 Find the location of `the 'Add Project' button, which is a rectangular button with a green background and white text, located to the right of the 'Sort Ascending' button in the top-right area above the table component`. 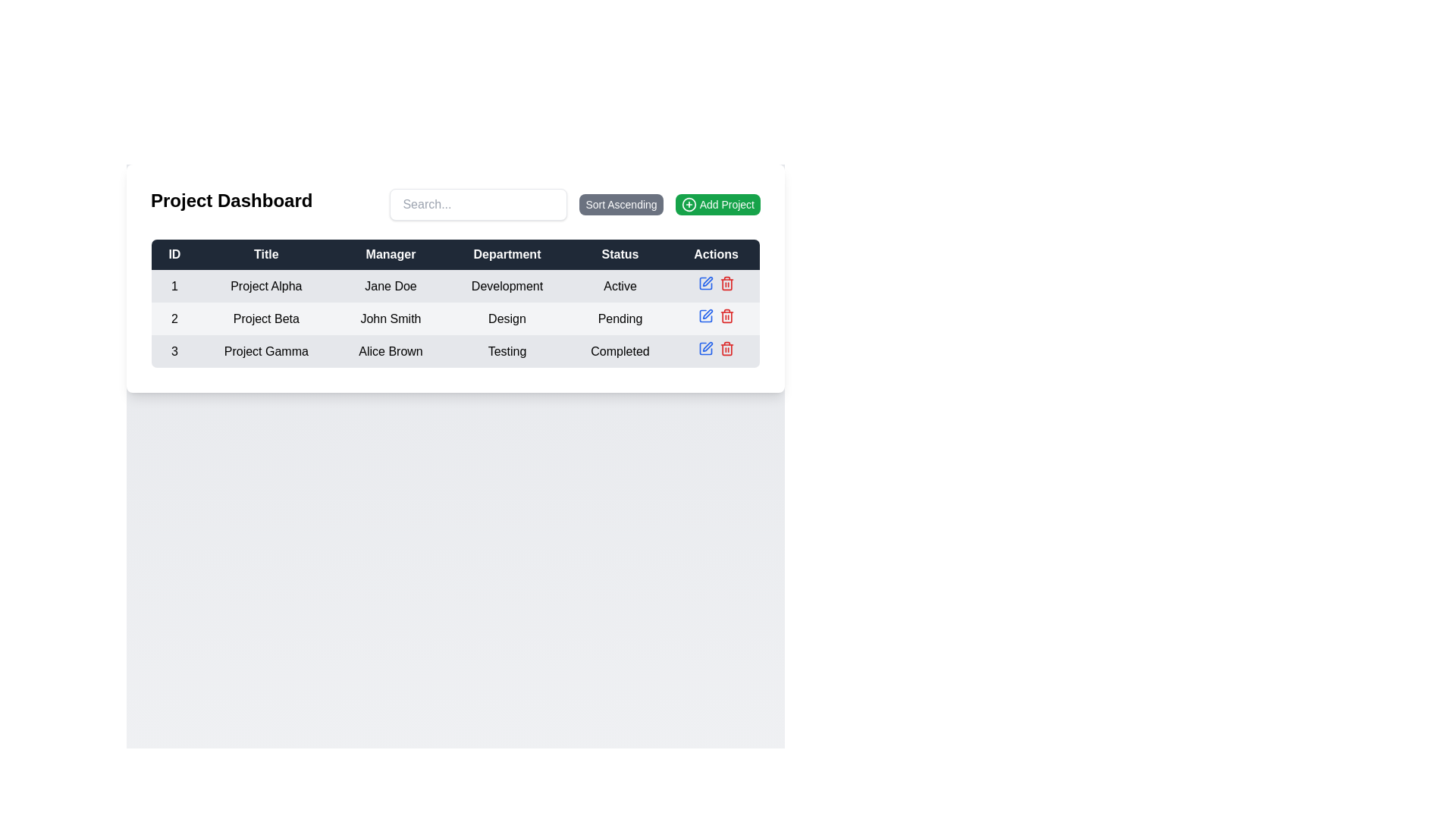

the 'Add Project' button, which is a rectangular button with a green background and white text, located to the right of the 'Sort Ascending' button in the top-right area above the table component is located at coordinates (717, 205).